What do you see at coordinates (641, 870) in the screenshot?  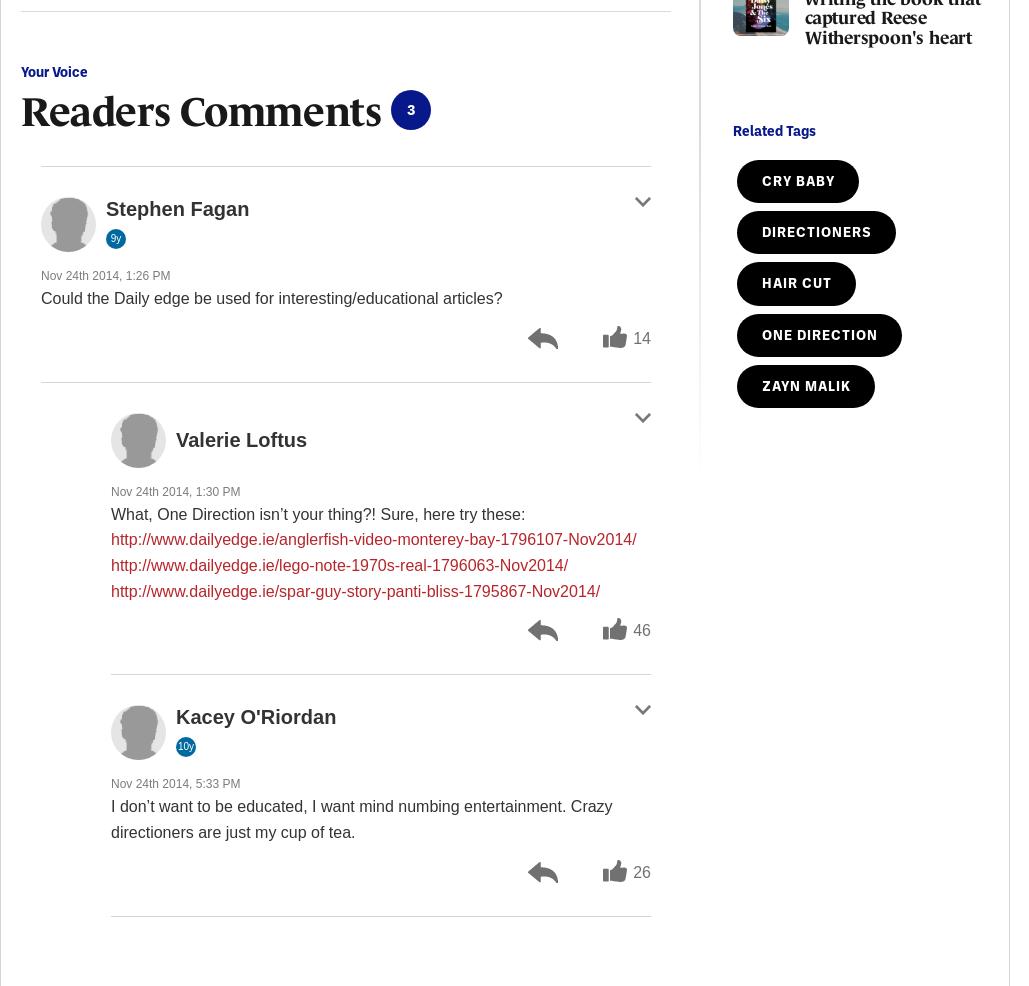 I see `'26'` at bounding box center [641, 870].